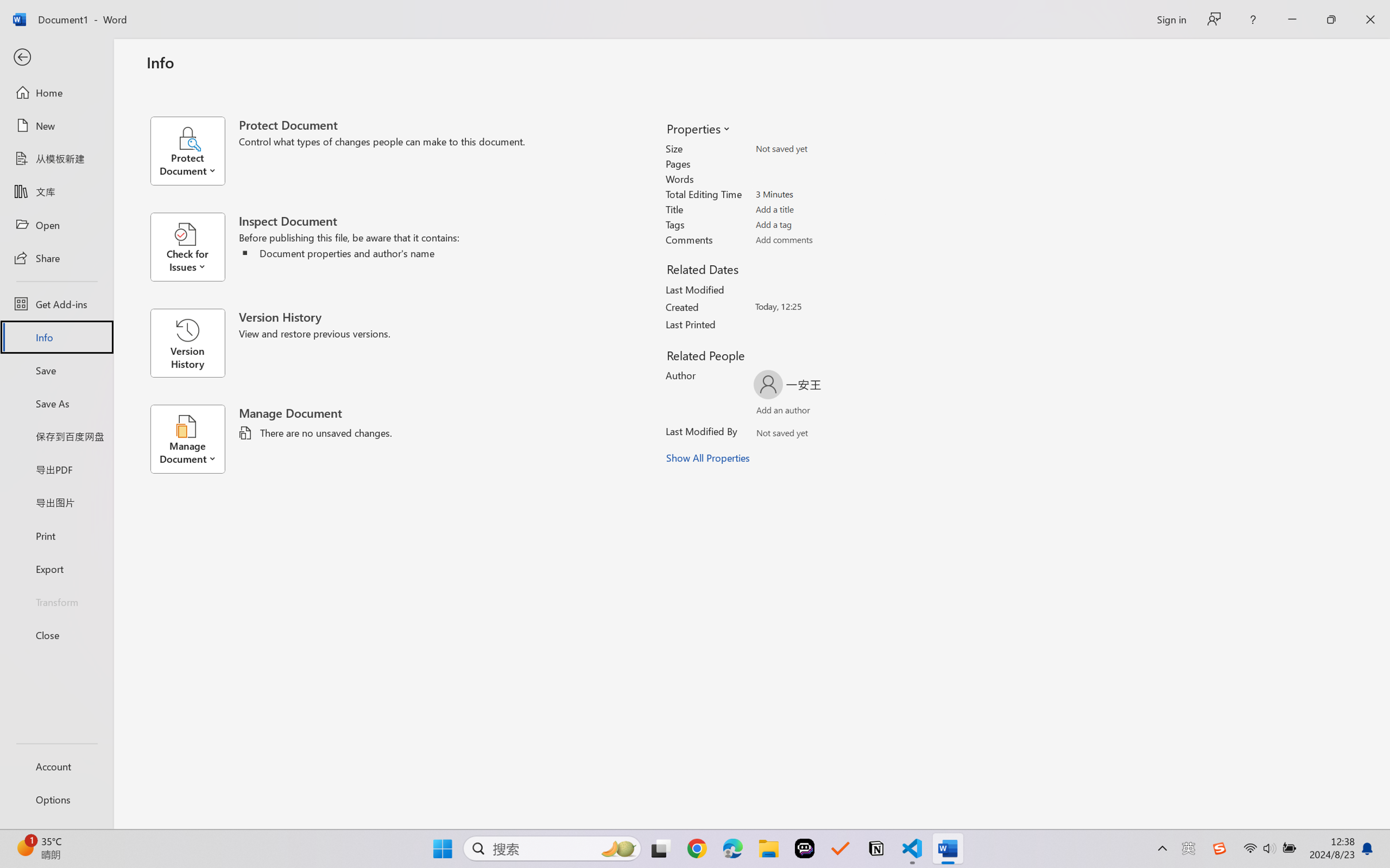 This screenshot has height=868, width=1390. I want to click on 'Properties', so click(697, 128).